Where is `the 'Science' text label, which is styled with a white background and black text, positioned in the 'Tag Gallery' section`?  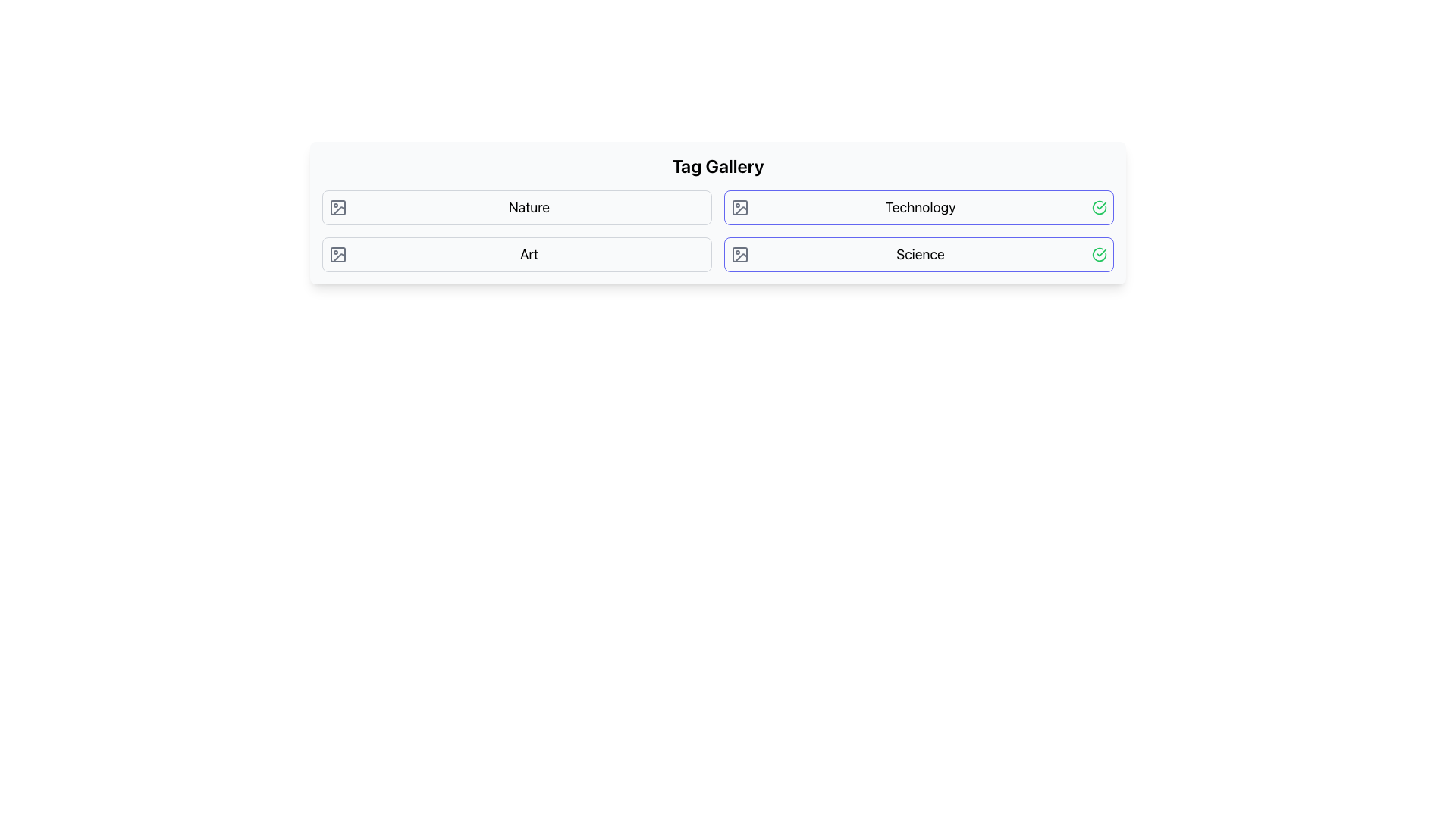
the 'Science' text label, which is styled with a white background and black text, positioned in the 'Tag Gallery' section is located at coordinates (920, 253).